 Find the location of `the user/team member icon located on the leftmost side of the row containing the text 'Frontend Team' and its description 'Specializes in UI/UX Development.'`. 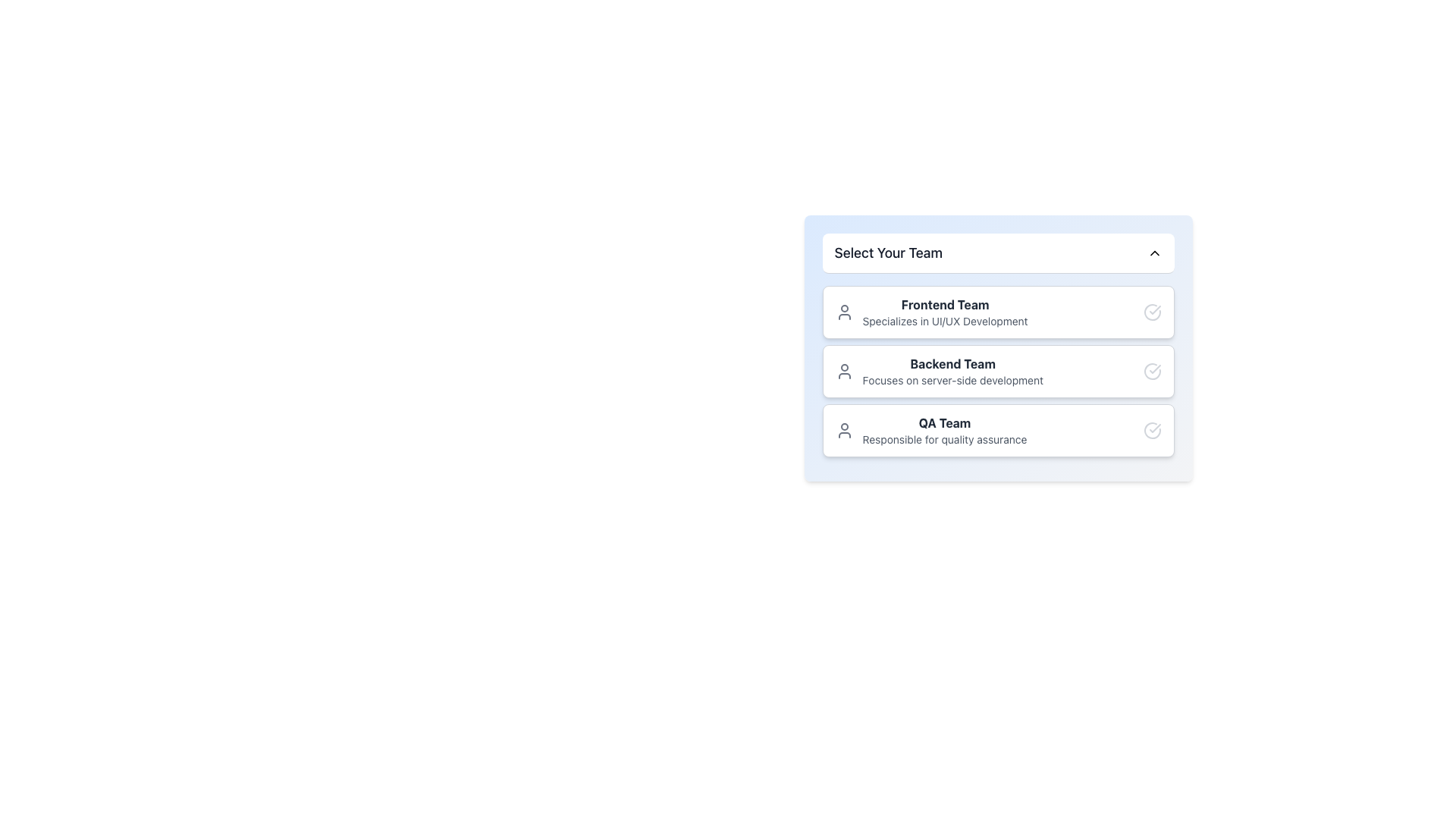

the user/team member icon located on the leftmost side of the row containing the text 'Frontend Team' and its description 'Specializes in UI/UX Development.' is located at coordinates (843, 312).